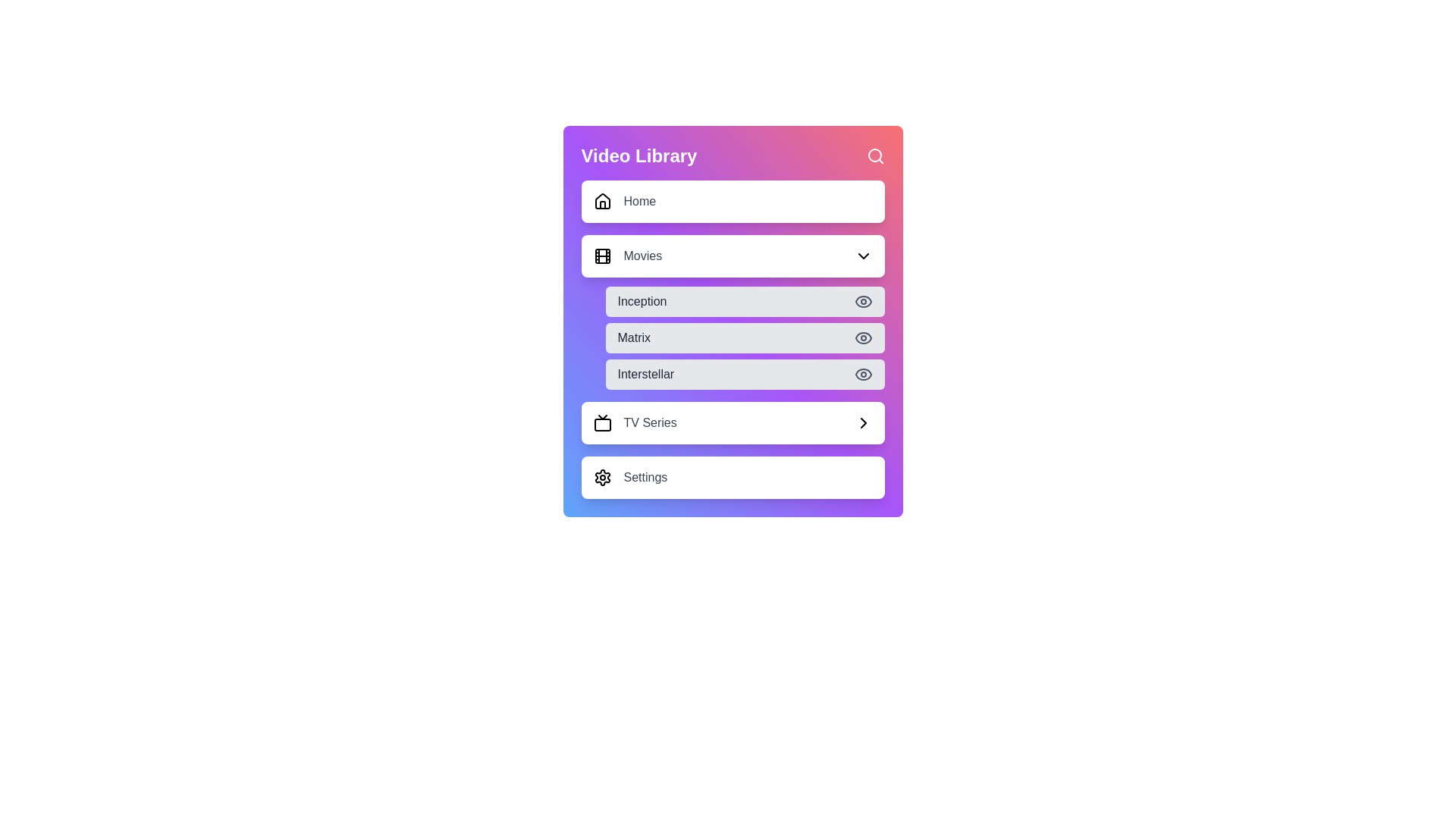  I want to click on the dropdown options group for movies, which includes the titles 'Inception', 'Matrix', and 'Interstellar', so click(733, 312).